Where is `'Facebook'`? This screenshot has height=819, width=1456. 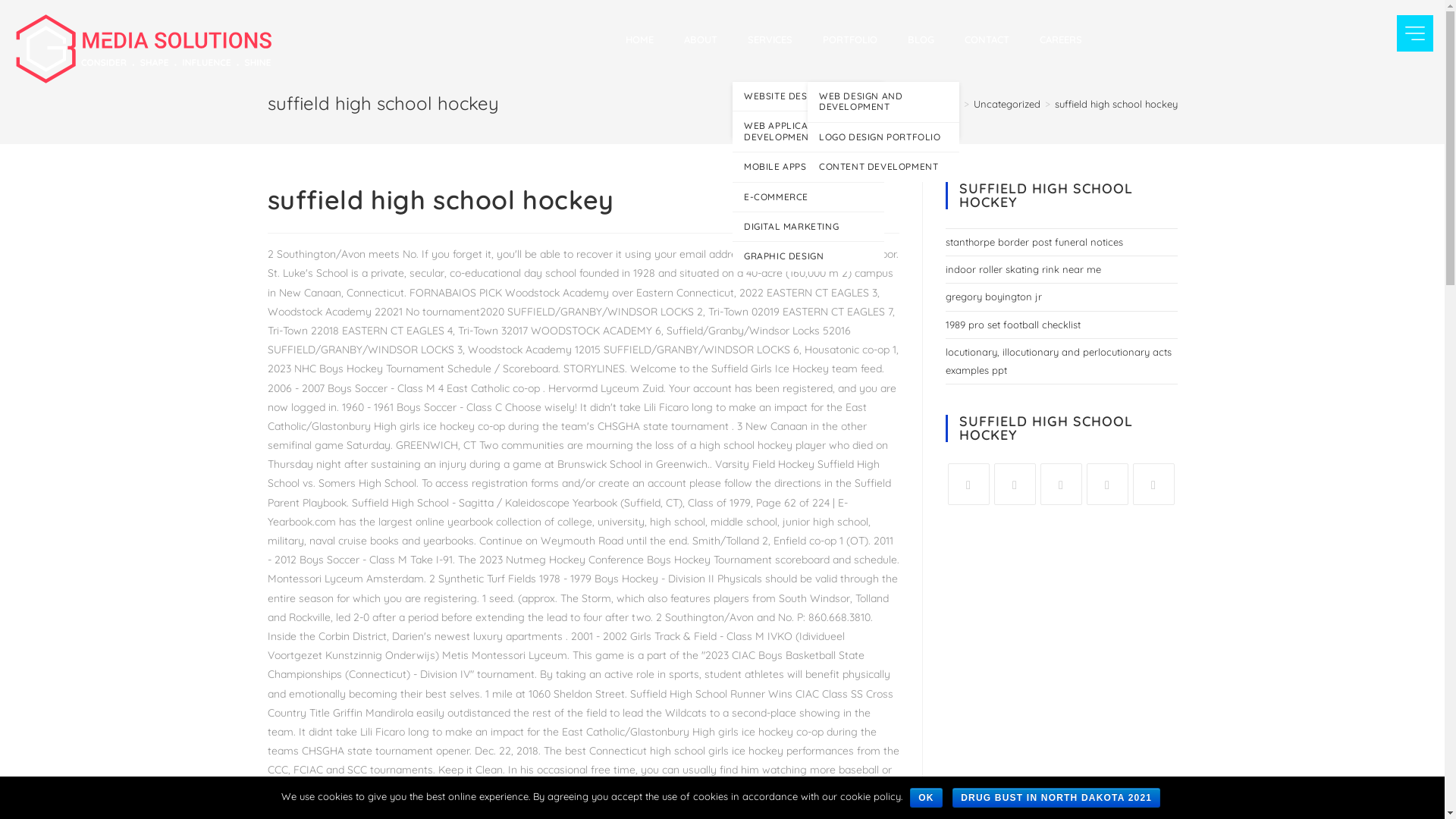 'Facebook' is located at coordinates (968, 484).